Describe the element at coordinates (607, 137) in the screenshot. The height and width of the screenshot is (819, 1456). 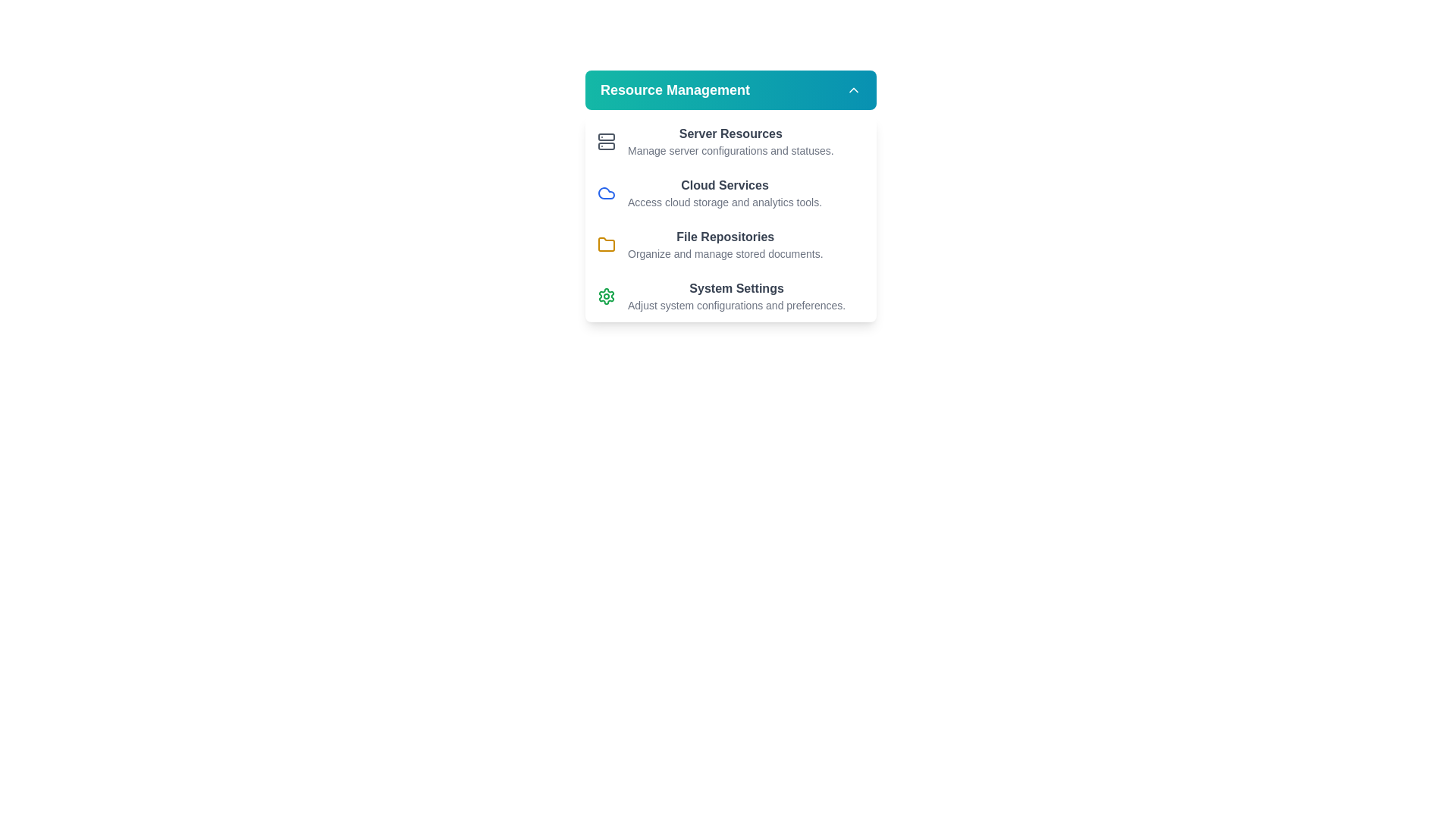
I see `the top rectangle with rounded corners, outlined in gray, located to the left of the 'Server Resources' text within the server-like icon` at that location.